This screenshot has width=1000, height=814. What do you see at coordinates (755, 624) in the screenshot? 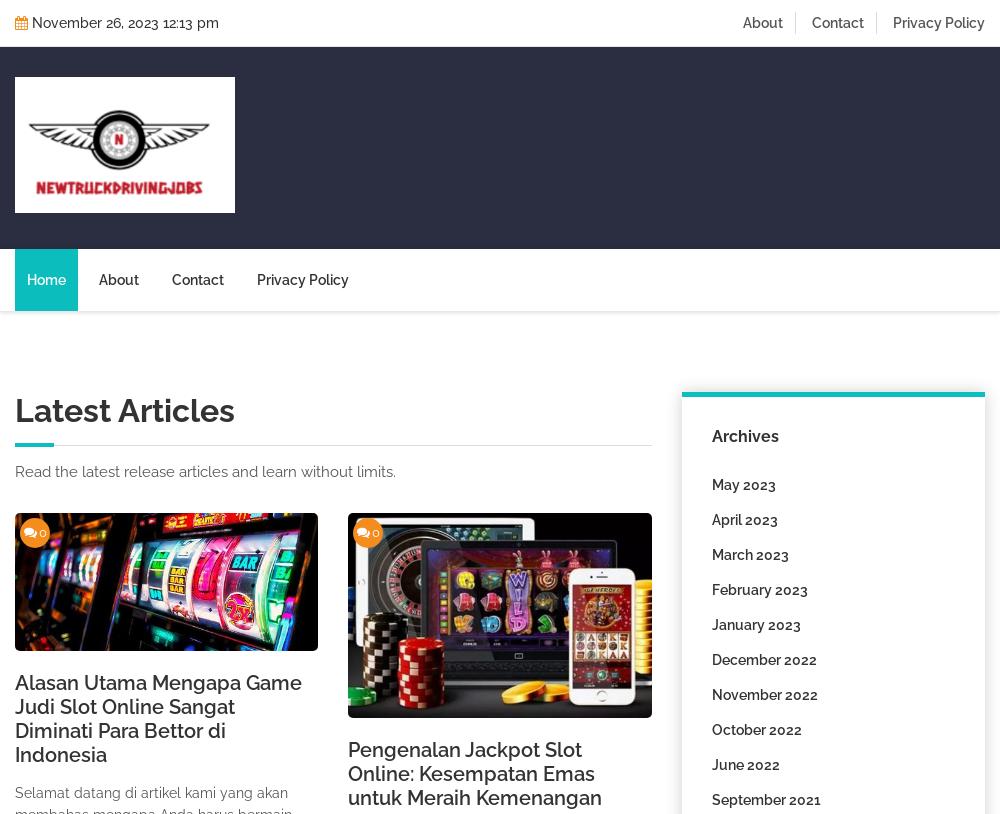
I see `'January 2023'` at bounding box center [755, 624].